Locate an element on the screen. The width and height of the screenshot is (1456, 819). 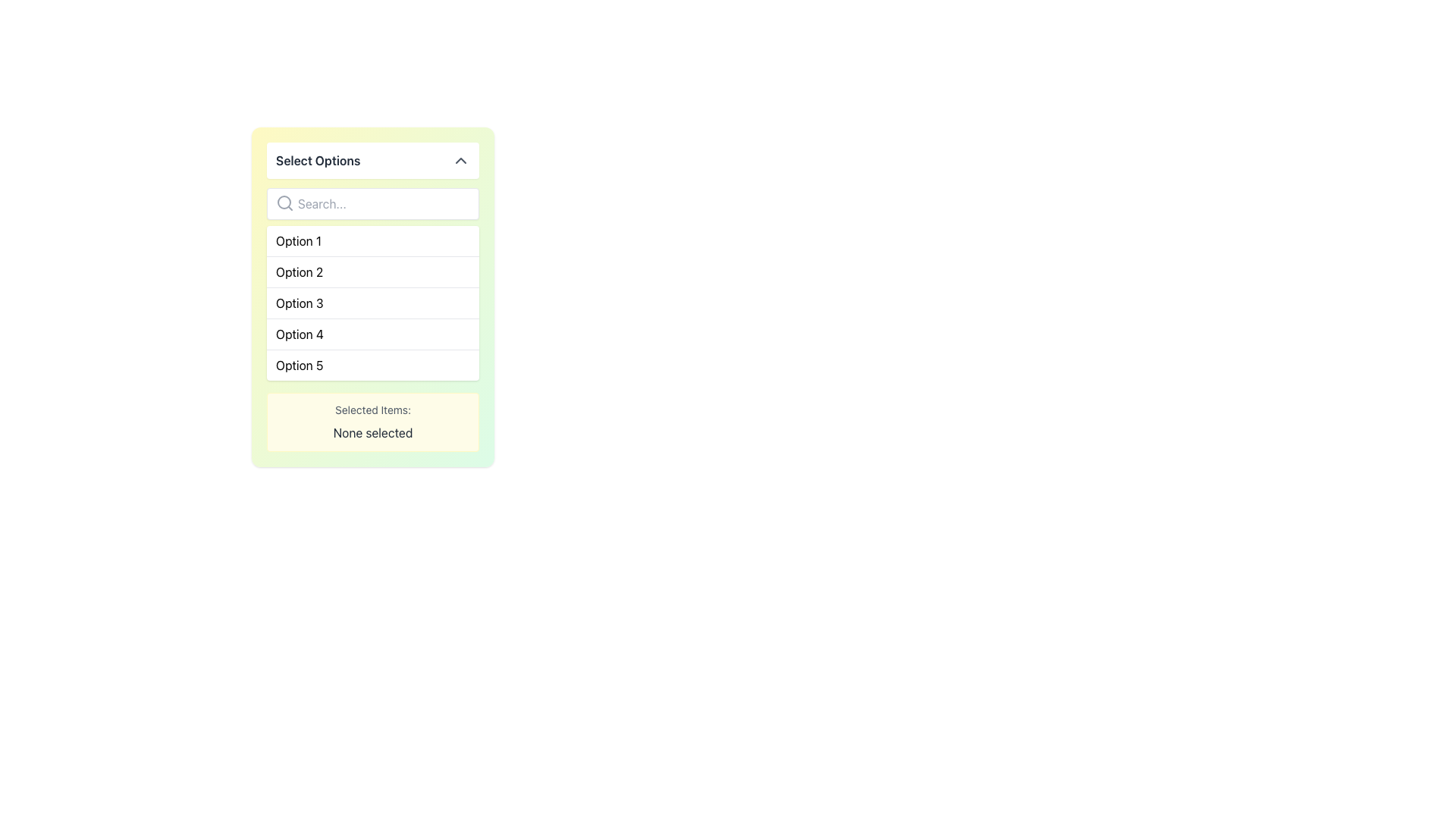
the search icon located on the left side of the search bar, which visually indicates the presence of a search functionality is located at coordinates (284, 202).